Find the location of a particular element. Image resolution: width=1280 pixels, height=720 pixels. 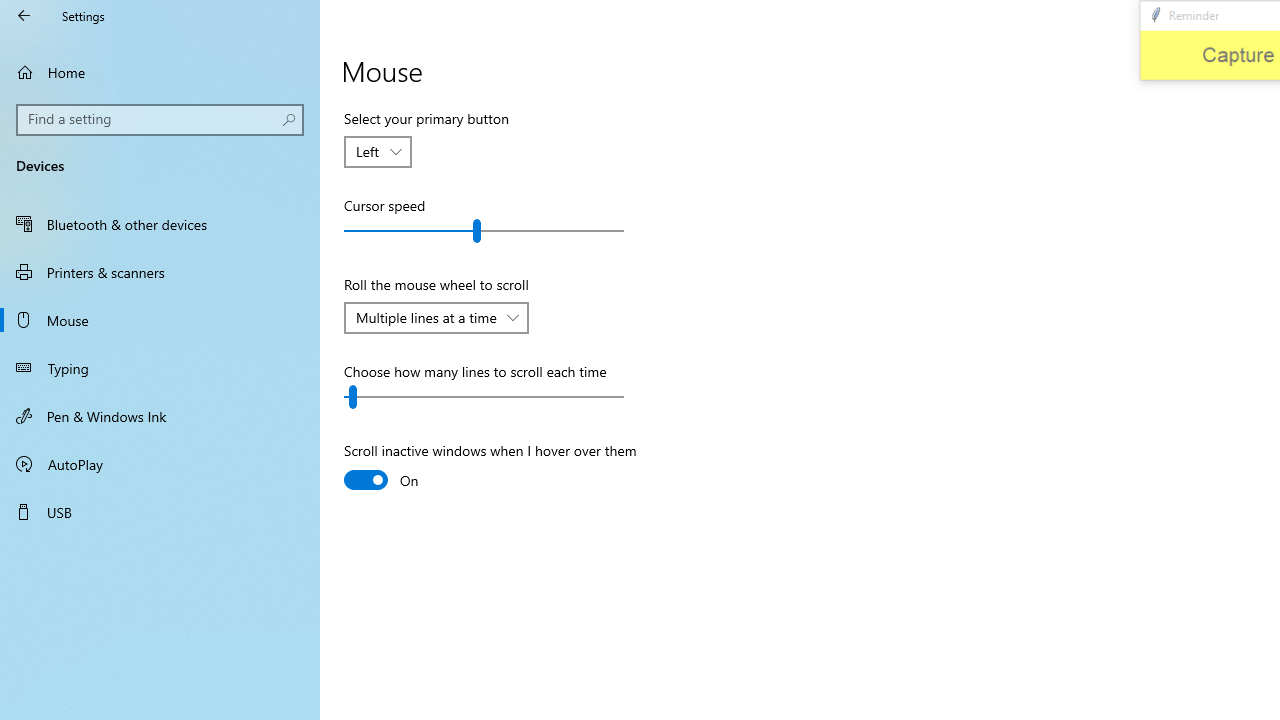

'AutoPlay' is located at coordinates (160, 464).